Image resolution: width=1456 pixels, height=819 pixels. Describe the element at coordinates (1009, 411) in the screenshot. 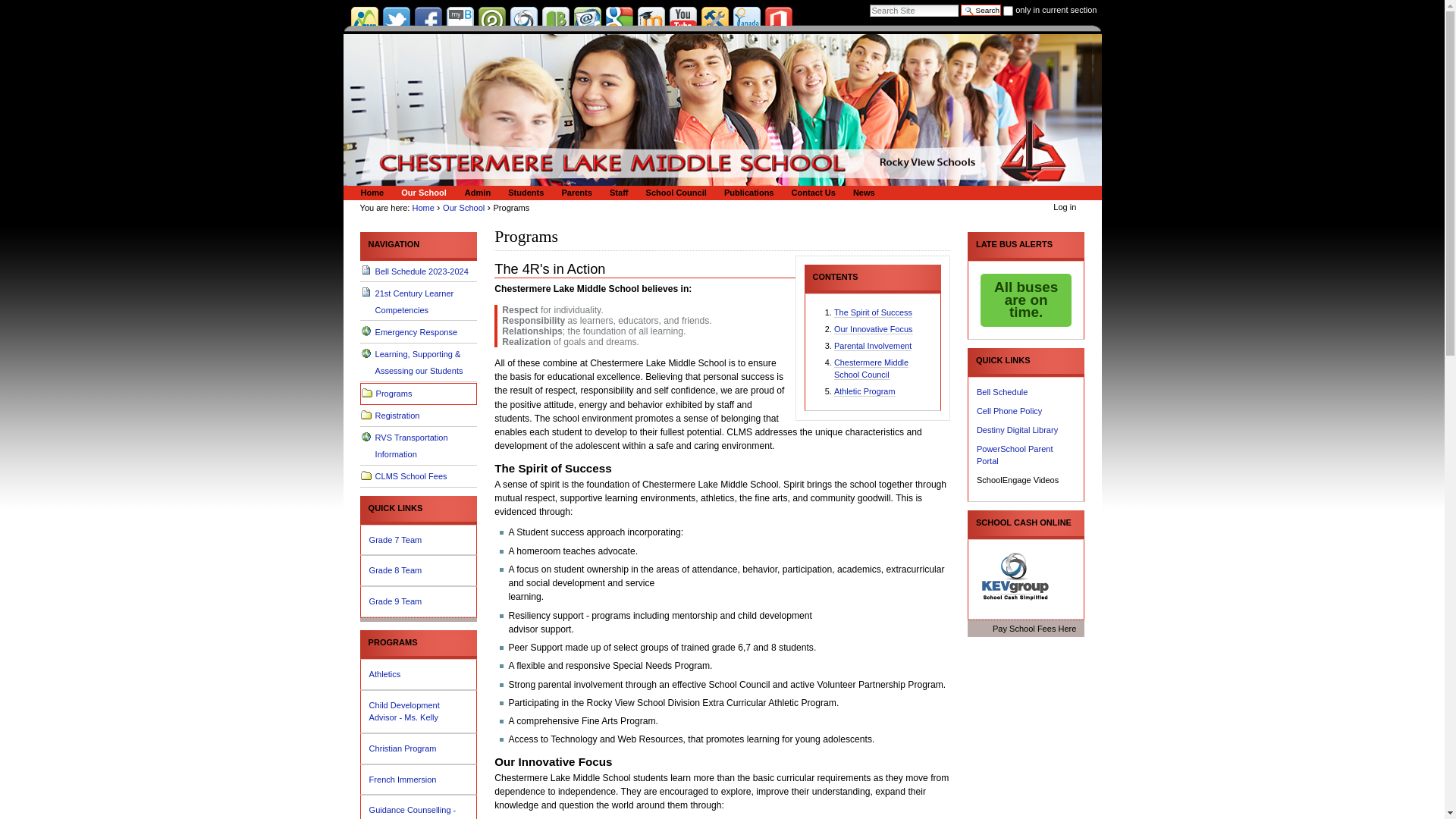

I see `'Cell Phone Policy'` at that location.